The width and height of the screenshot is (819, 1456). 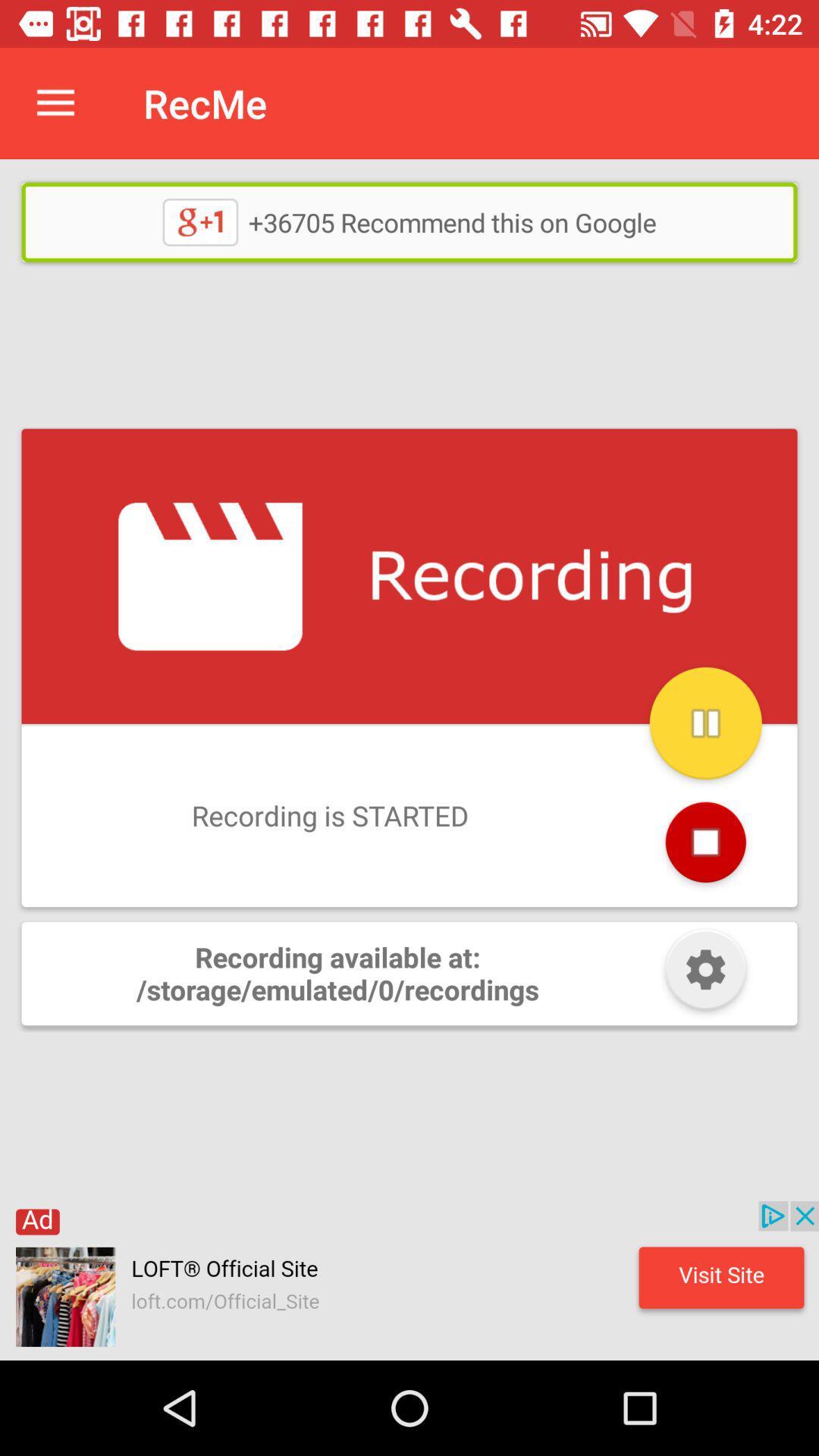 I want to click on open settings, so click(x=705, y=973).